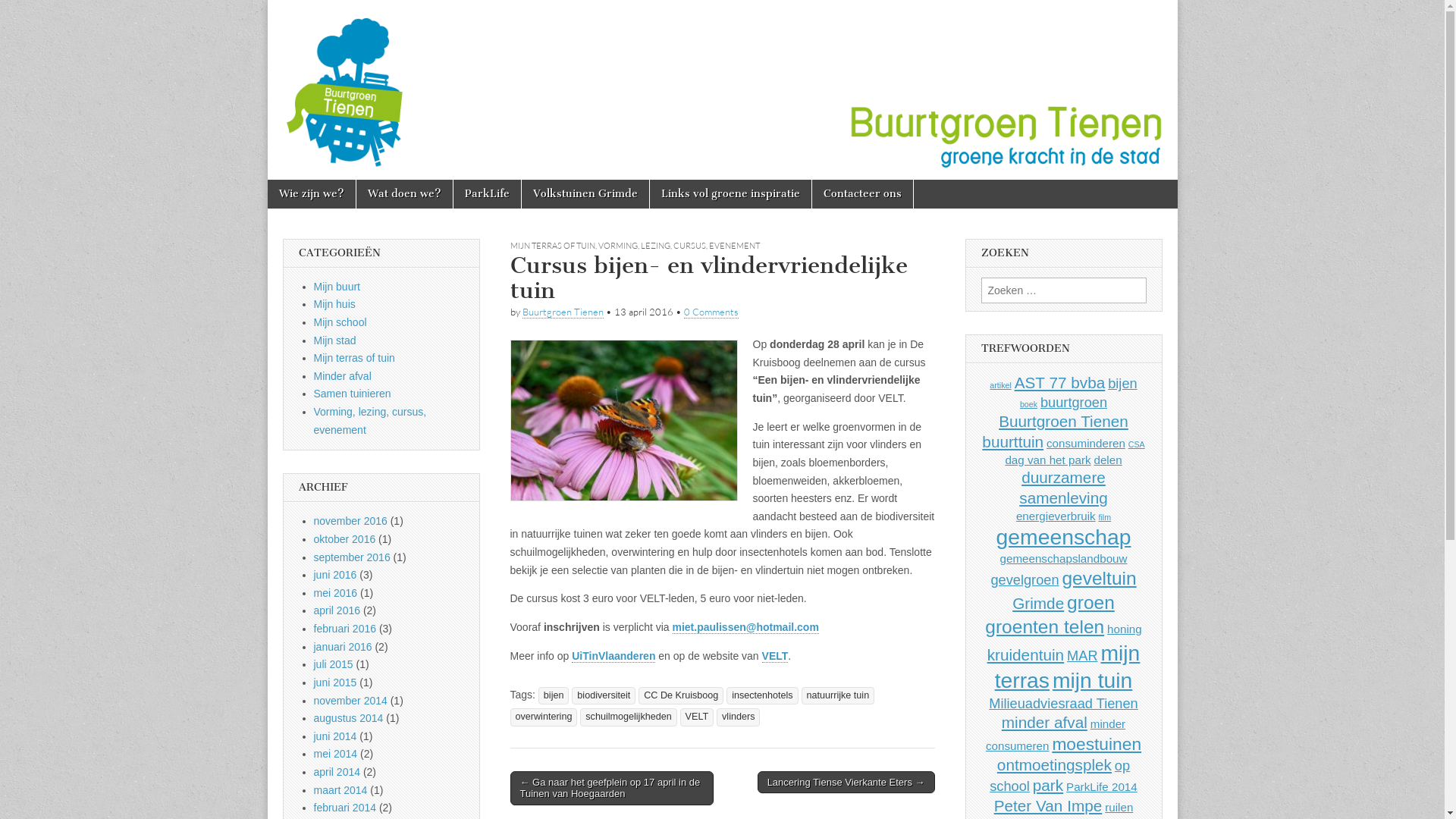 The image size is (1456, 819). What do you see at coordinates (353, 357) in the screenshot?
I see `'Mijn terras of tuin'` at bounding box center [353, 357].